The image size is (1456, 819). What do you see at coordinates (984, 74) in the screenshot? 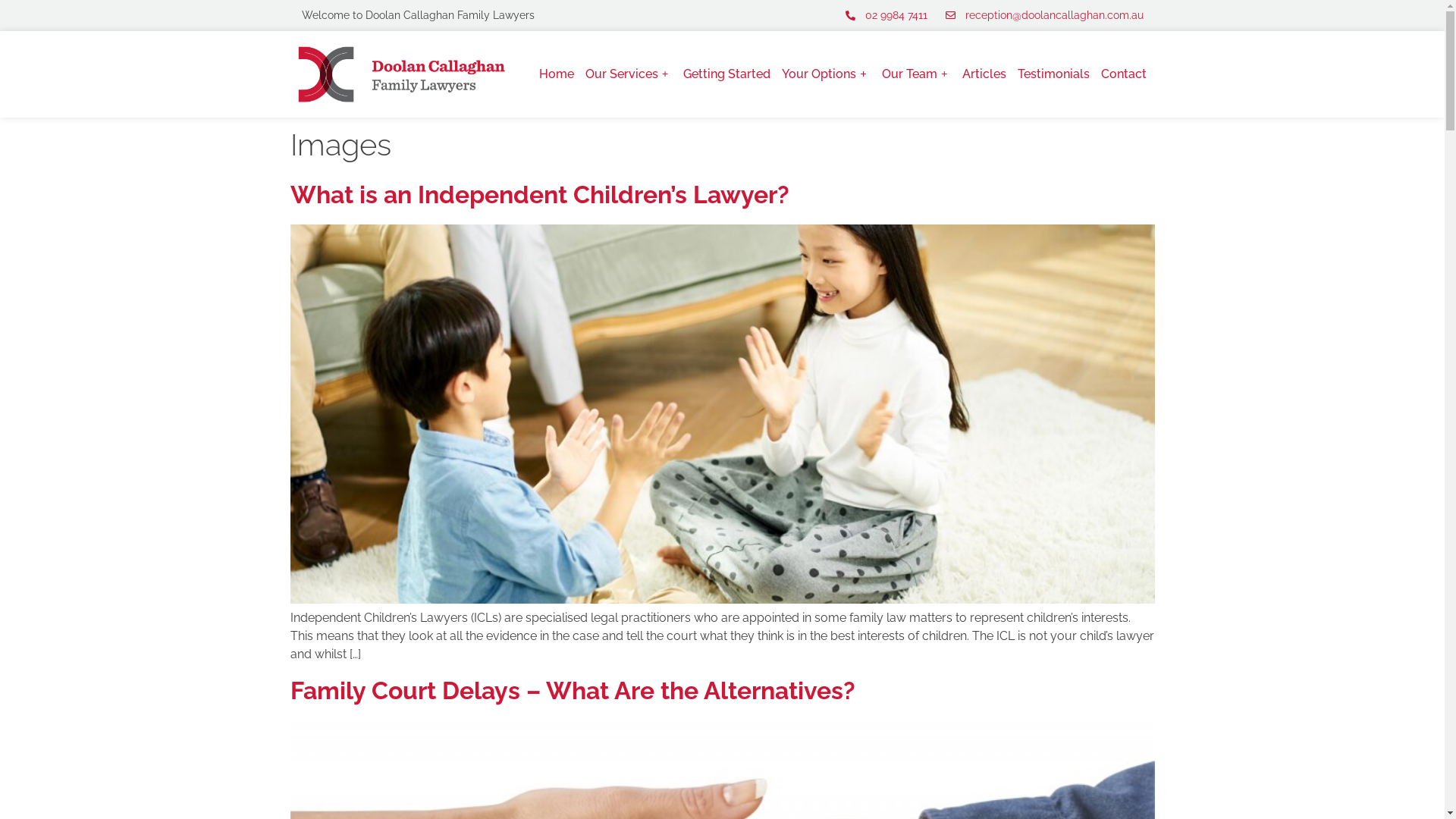
I see `'Articles'` at bounding box center [984, 74].